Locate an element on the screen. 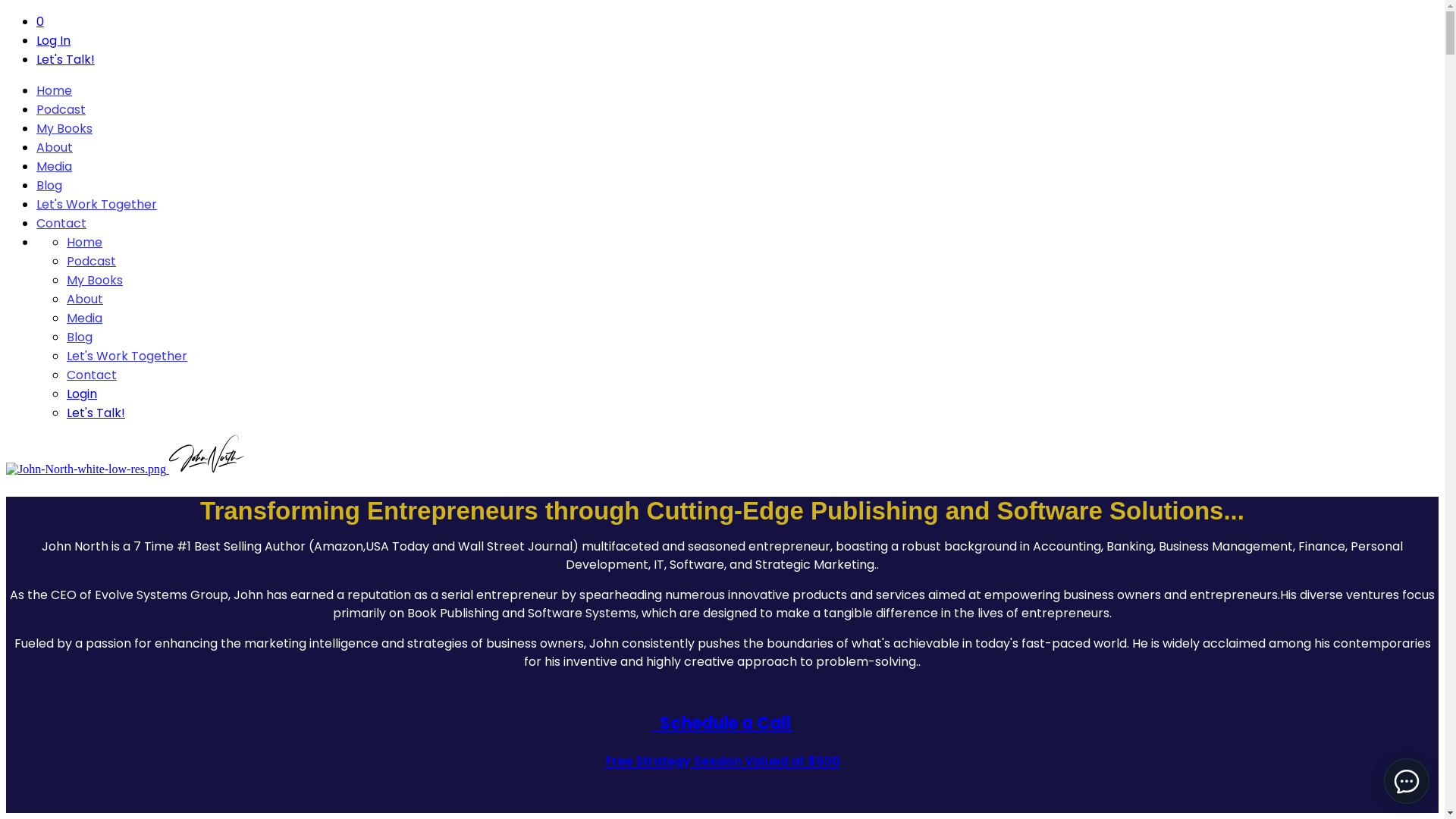  'Media' is located at coordinates (36, 166).